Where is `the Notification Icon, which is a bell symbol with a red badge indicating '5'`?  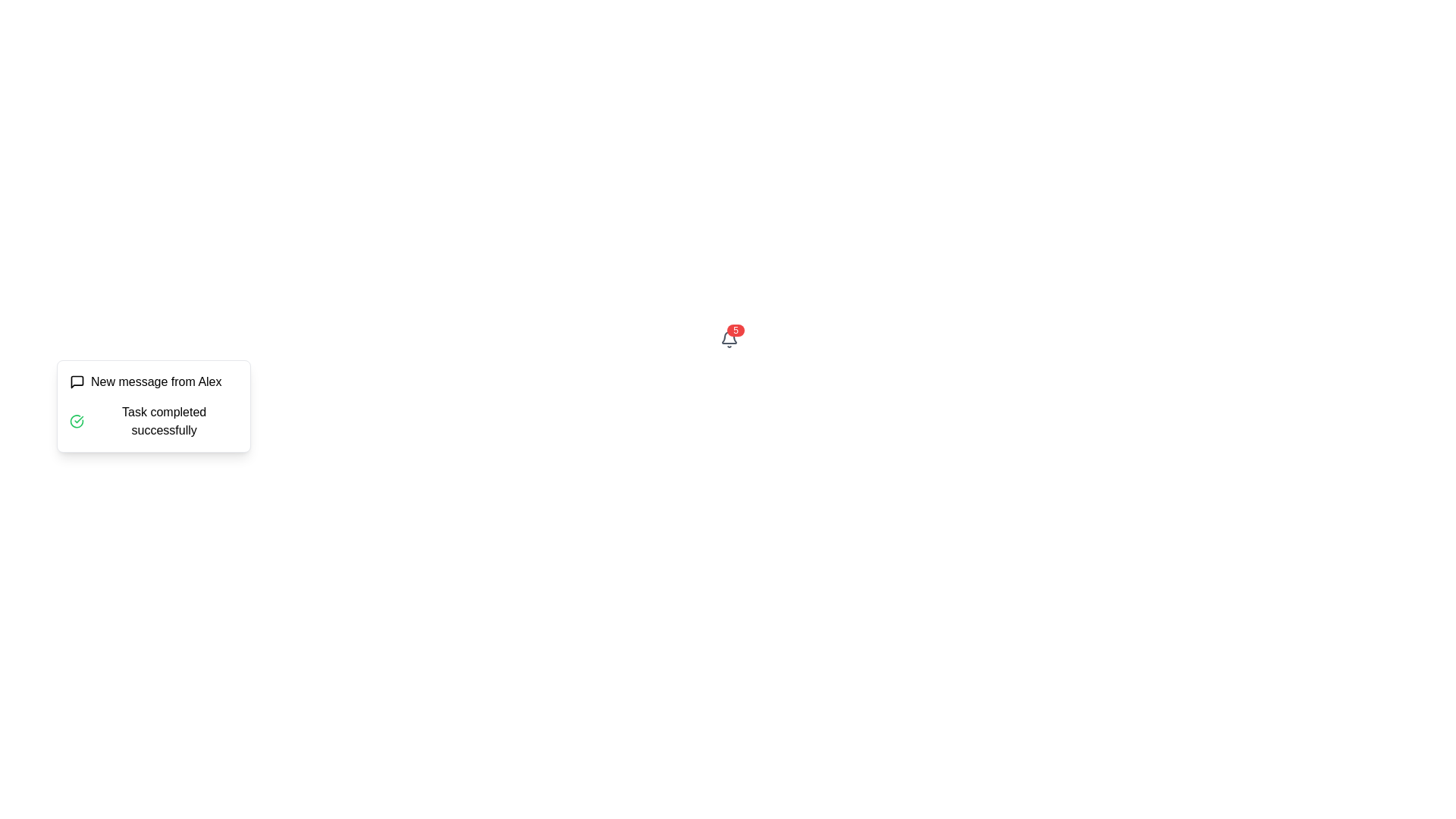 the Notification Icon, which is a bell symbol with a red badge indicating '5' is located at coordinates (729, 342).